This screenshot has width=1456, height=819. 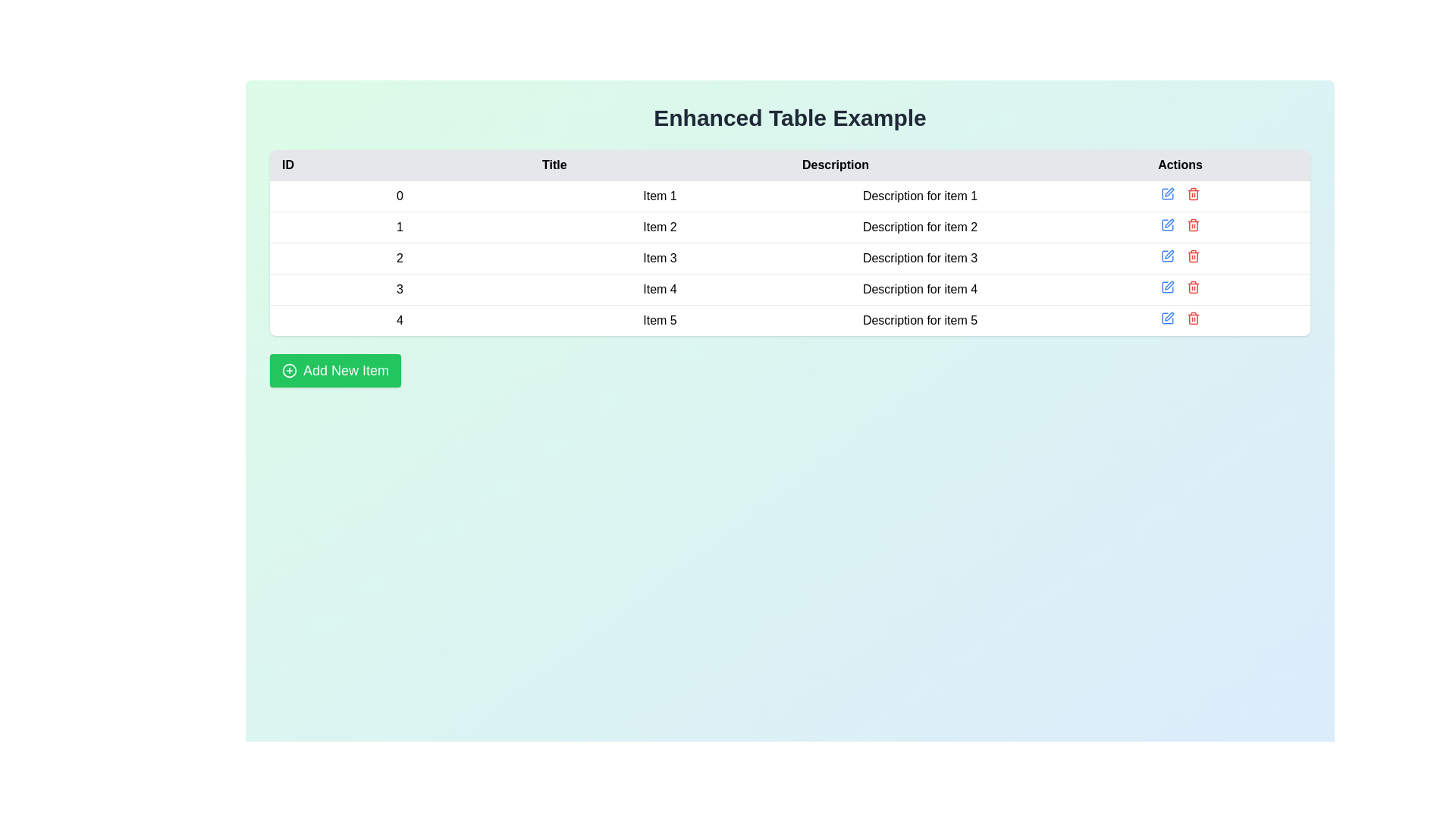 What do you see at coordinates (1168, 223) in the screenshot?
I see `the edit icon in the 'Actions' column for the second row` at bounding box center [1168, 223].